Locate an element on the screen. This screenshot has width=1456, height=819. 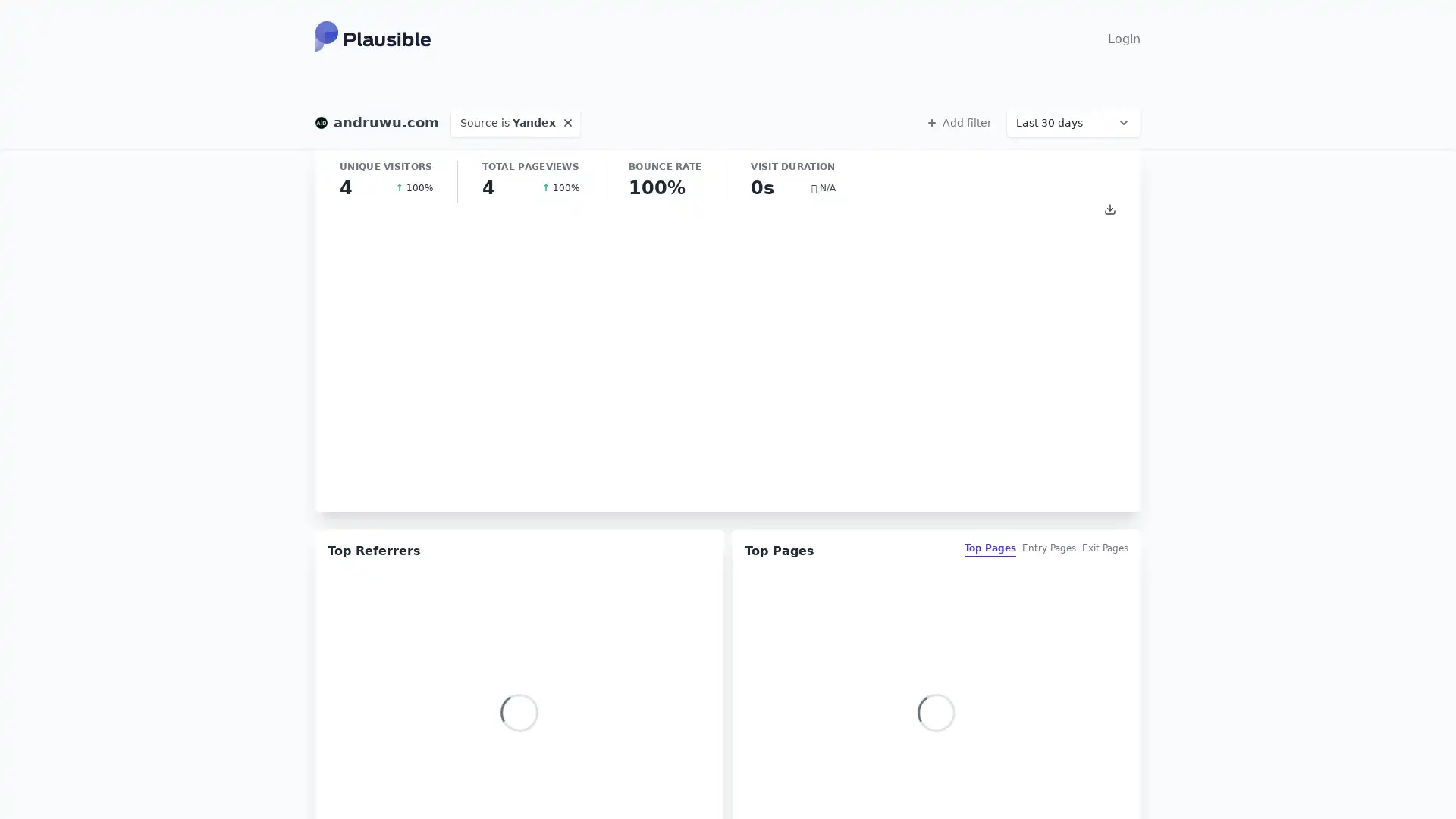
andruwu.com is located at coordinates (377, 122).